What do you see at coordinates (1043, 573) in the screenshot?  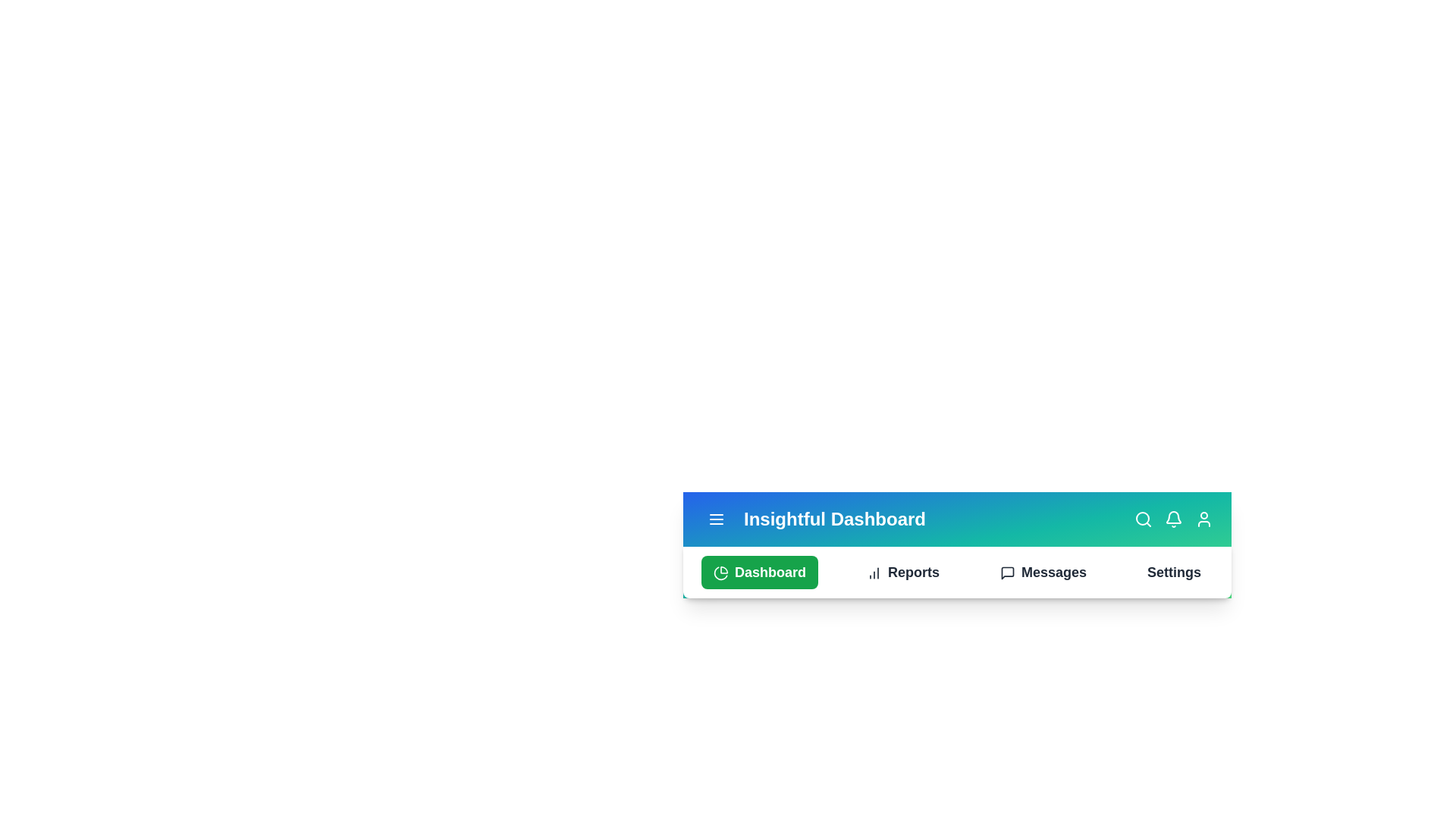 I see `the navigation option Messages` at bounding box center [1043, 573].